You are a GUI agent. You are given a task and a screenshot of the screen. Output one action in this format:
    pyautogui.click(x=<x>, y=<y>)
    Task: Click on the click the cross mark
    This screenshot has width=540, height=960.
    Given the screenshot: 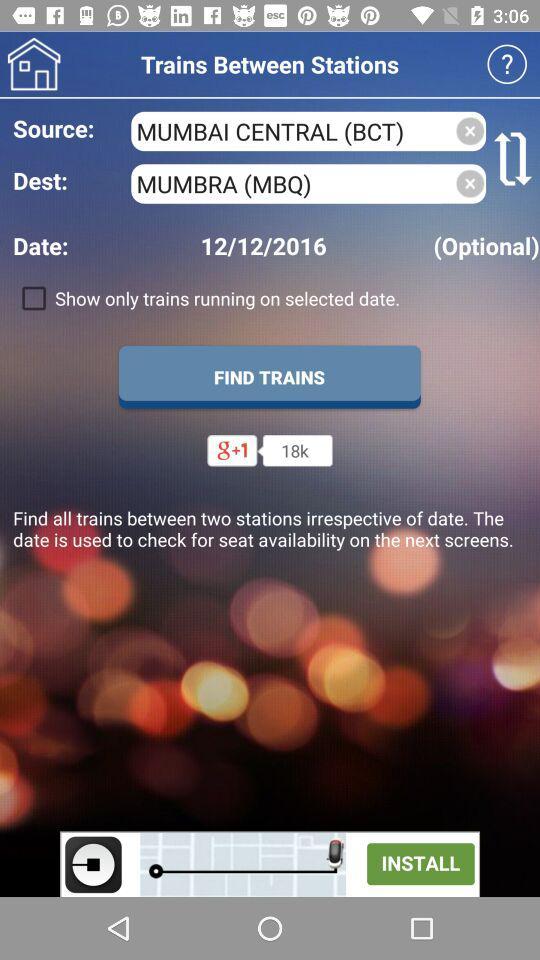 What is the action you would take?
    pyautogui.click(x=470, y=130)
    